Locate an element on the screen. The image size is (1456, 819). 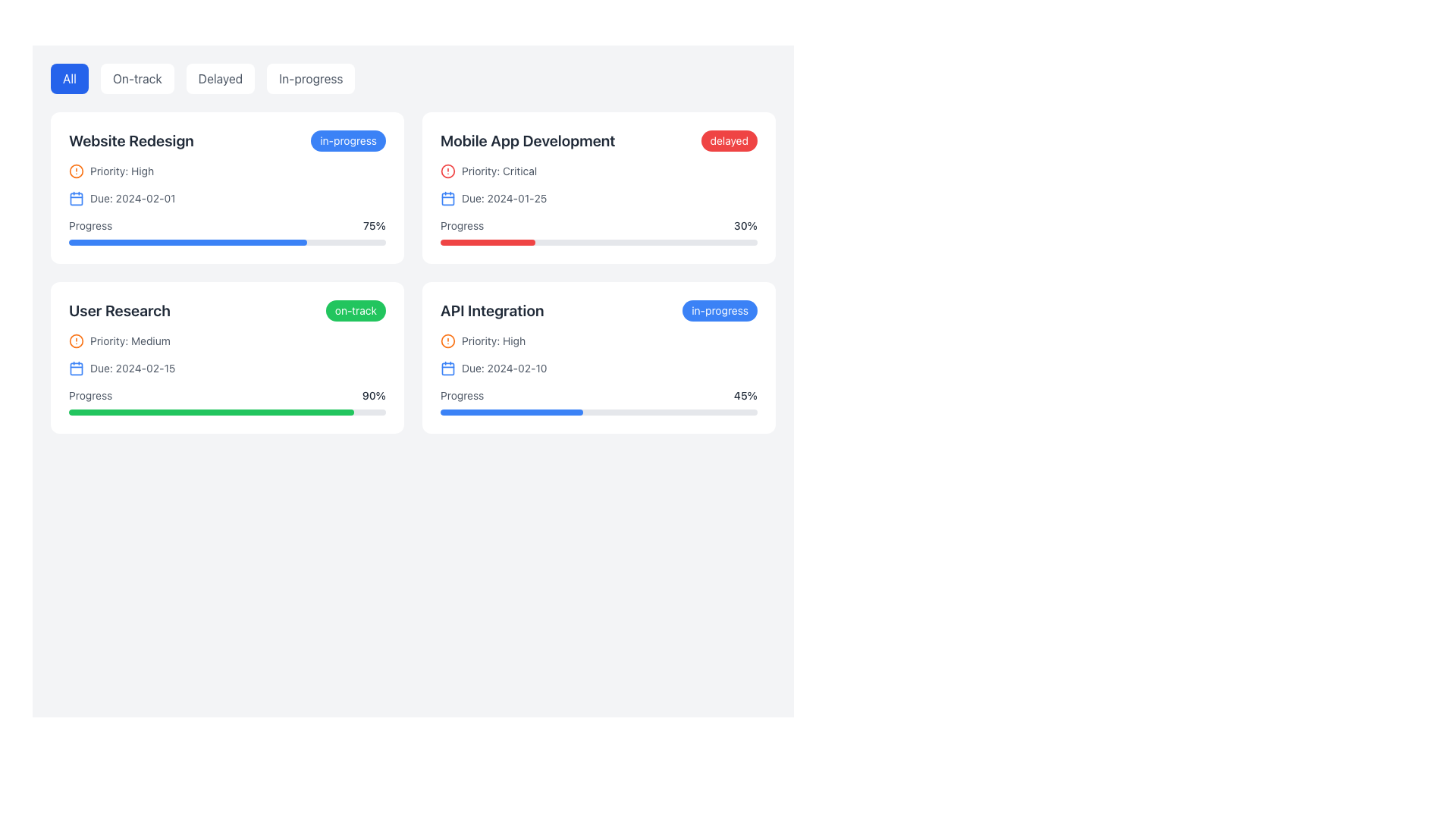
the calendar icon located in the 'Mobile App Development' card is located at coordinates (447, 198).